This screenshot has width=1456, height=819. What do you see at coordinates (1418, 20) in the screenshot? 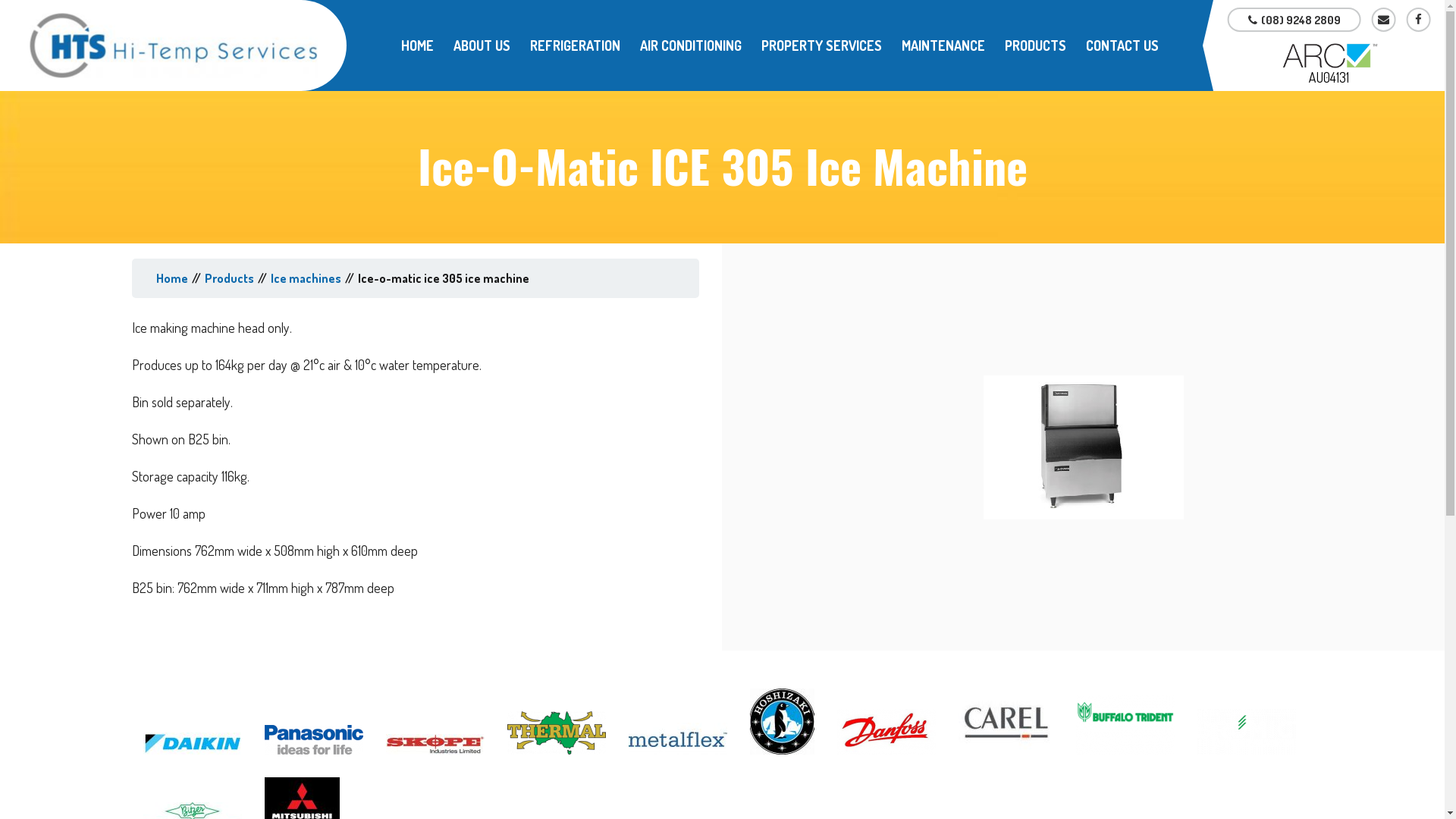
I see `'Our Facebook page'` at bounding box center [1418, 20].